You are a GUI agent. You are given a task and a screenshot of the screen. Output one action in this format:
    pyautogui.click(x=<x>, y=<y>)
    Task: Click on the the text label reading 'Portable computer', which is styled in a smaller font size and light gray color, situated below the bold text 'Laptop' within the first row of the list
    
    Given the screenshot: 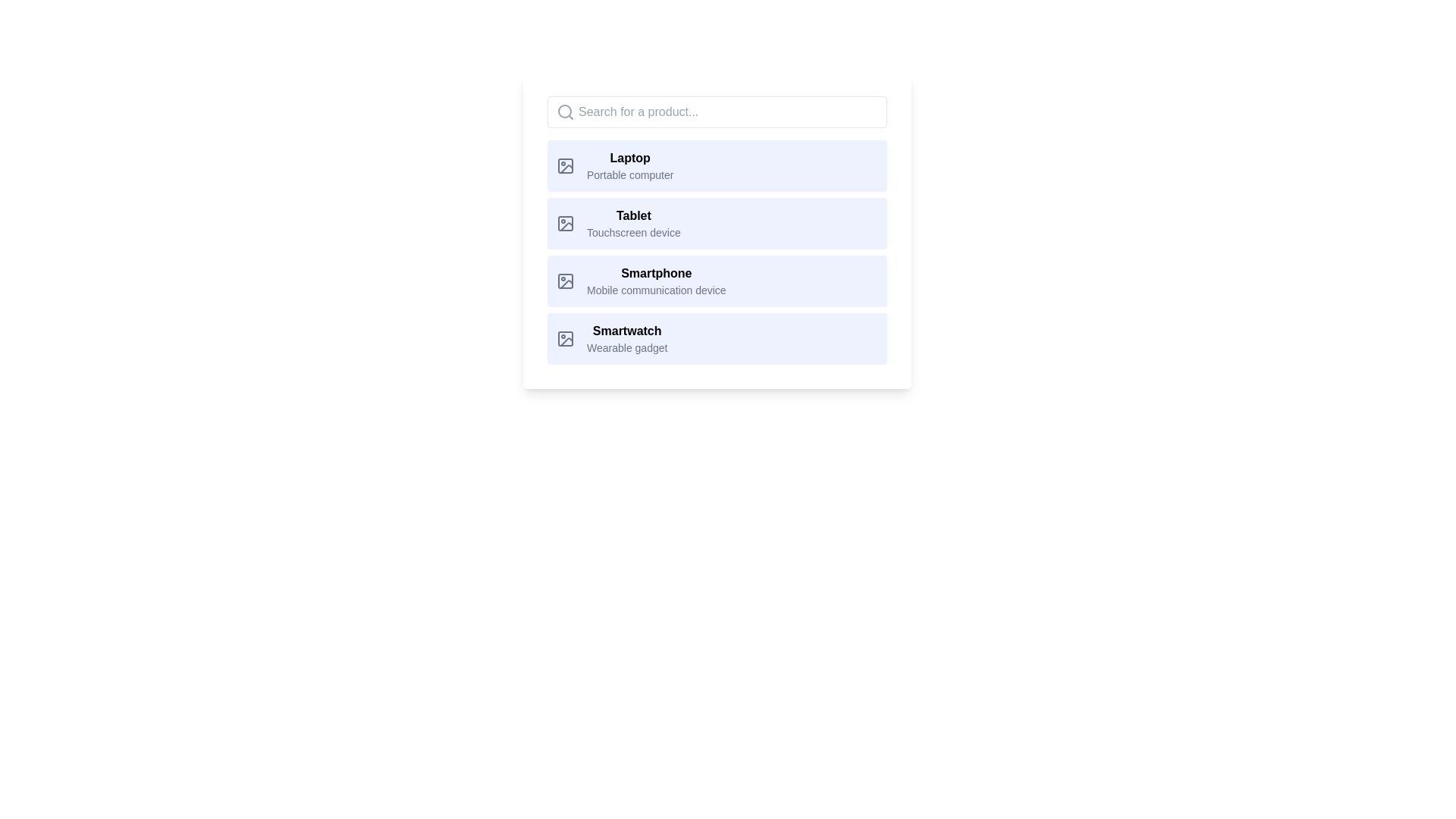 What is the action you would take?
    pyautogui.click(x=630, y=174)
    